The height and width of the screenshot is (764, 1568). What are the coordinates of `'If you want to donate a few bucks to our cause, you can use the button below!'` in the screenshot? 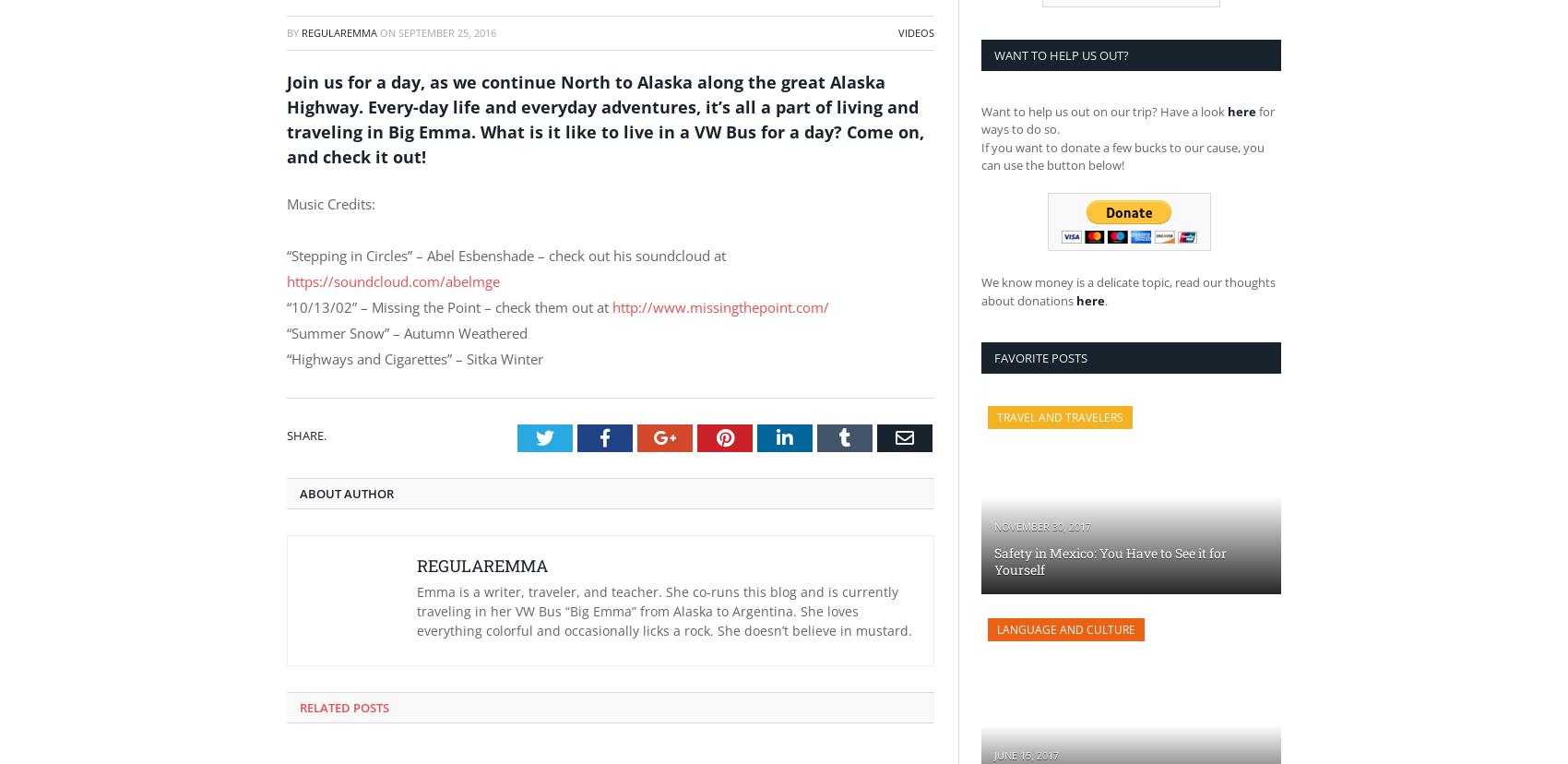 It's located at (1122, 155).